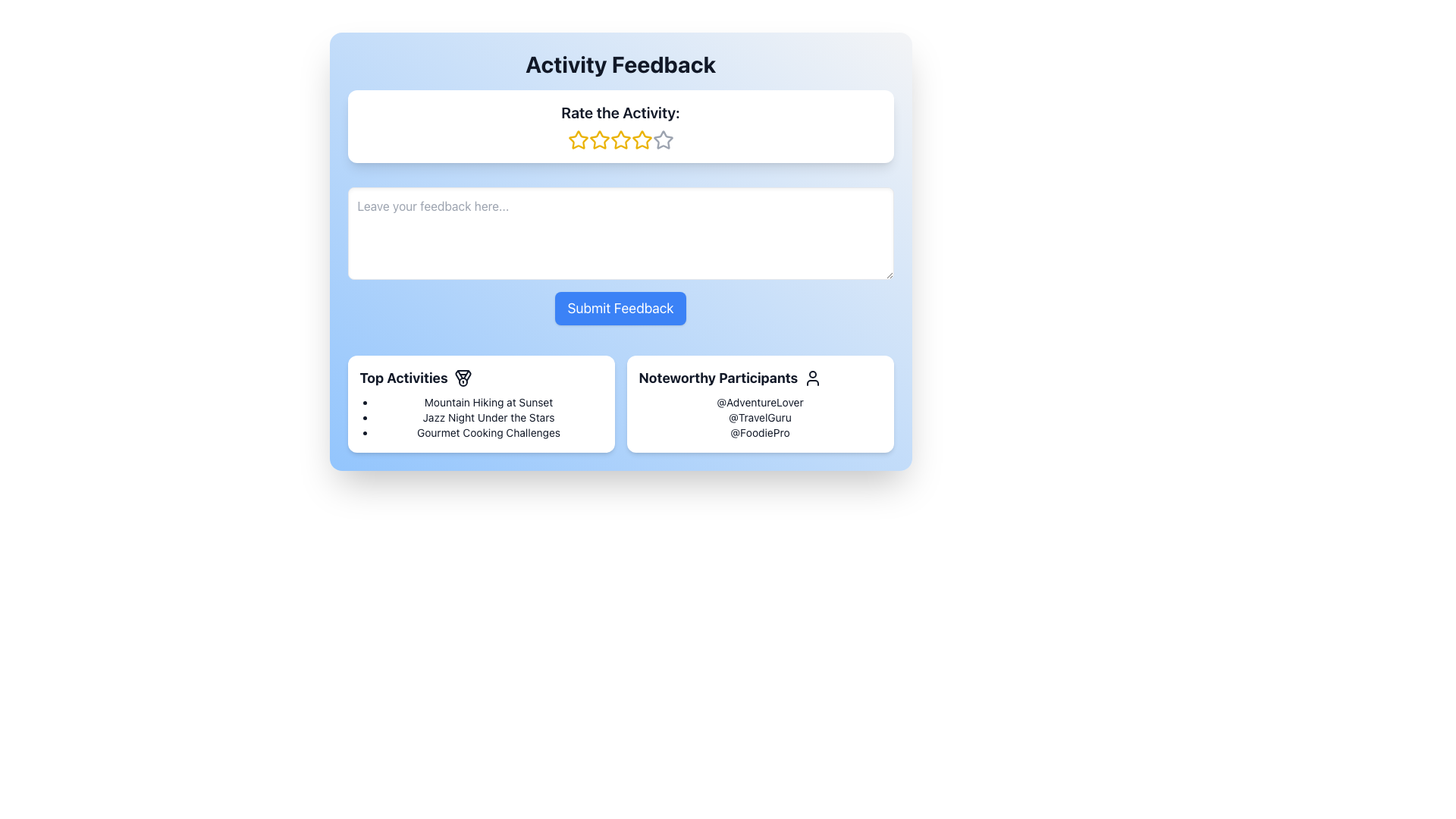 The height and width of the screenshot is (819, 1456). Describe the element at coordinates (480, 403) in the screenshot. I see `the Informational Card located in the lower-left area of the interface, which showcases highlighted activities and is positioned in the first column of a two-column grid layout` at that location.